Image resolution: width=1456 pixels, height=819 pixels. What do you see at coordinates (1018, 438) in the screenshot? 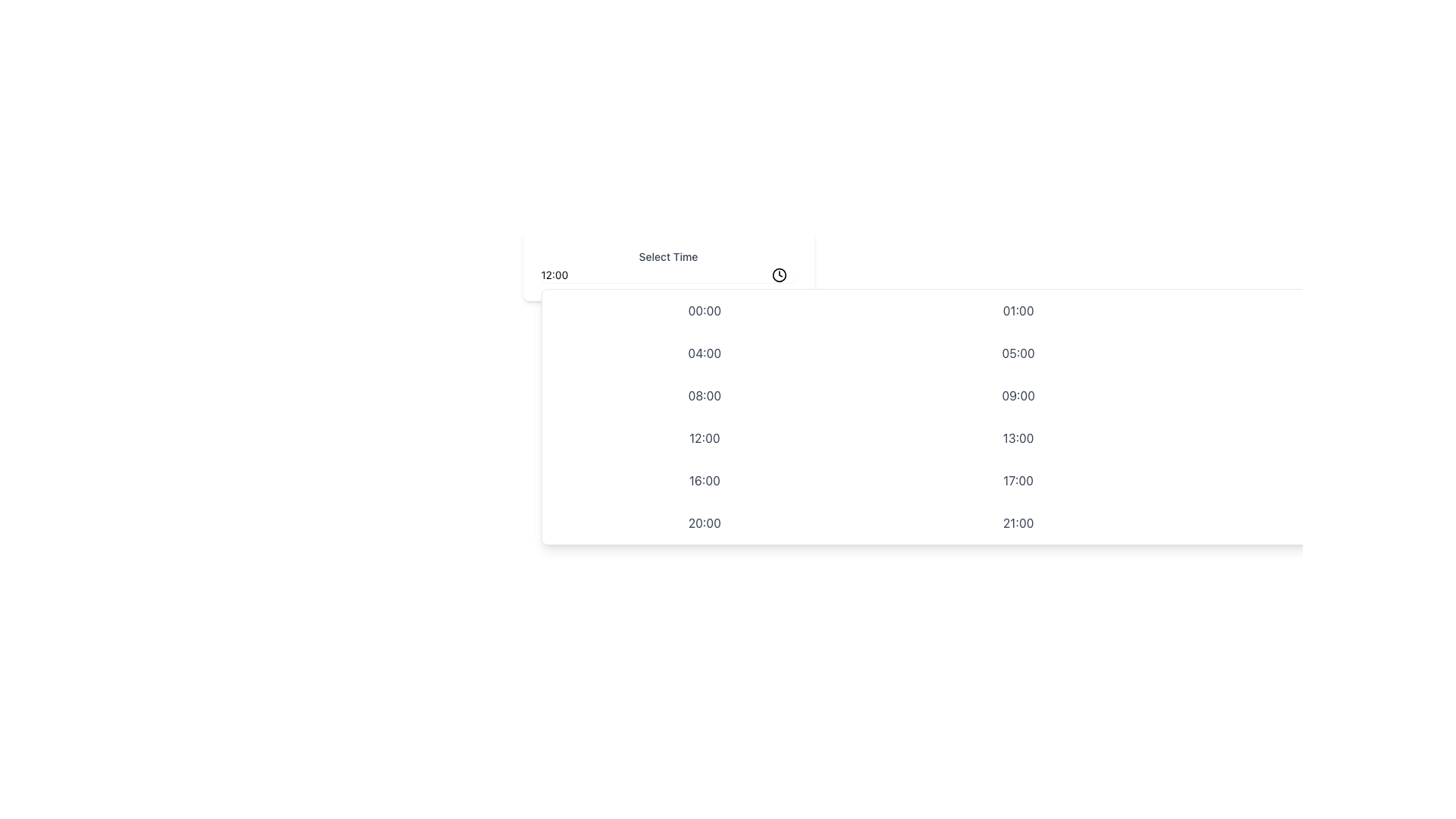
I see `the selectable time option button for '13:00' in the time picker interface to highlight it` at bounding box center [1018, 438].